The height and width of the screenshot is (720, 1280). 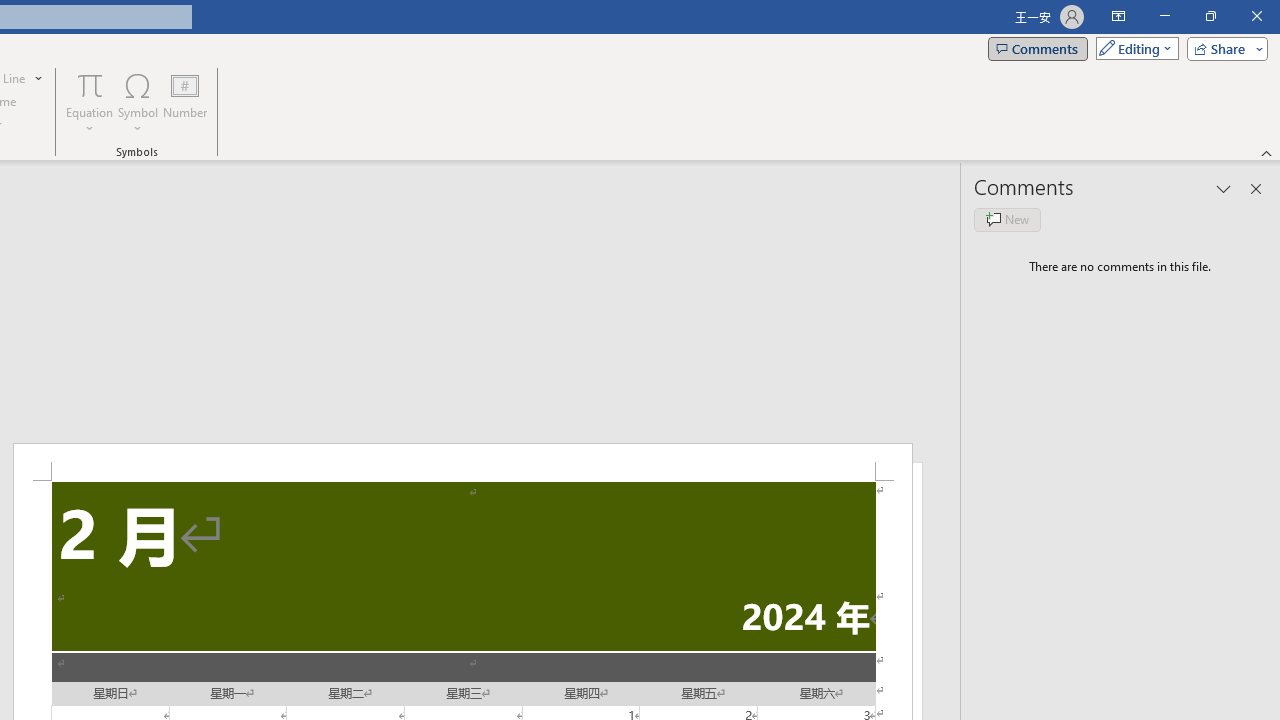 What do you see at coordinates (1255, 189) in the screenshot?
I see `'Close pane'` at bounding box center [1255, 189].